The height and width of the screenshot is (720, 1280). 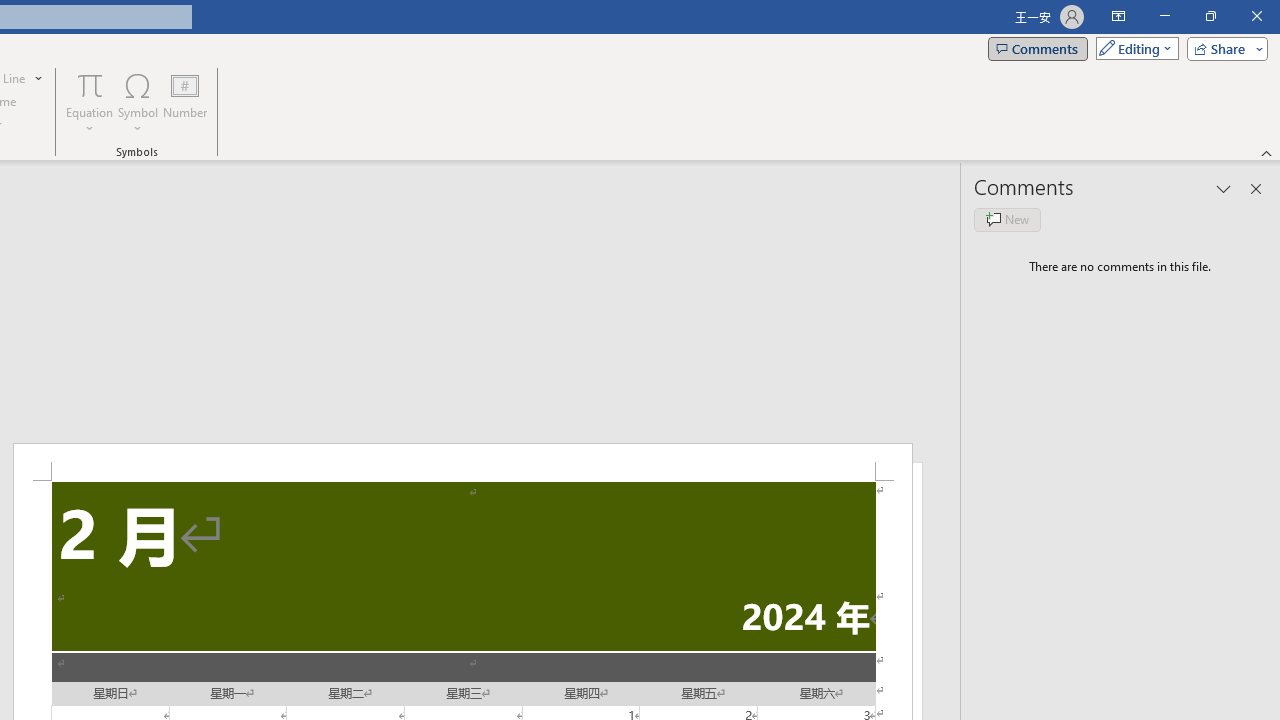 What do you see at coordinates (1255, 189) in the screenshot?
I see `'Close pane'` at bounding box center [1255, 189].